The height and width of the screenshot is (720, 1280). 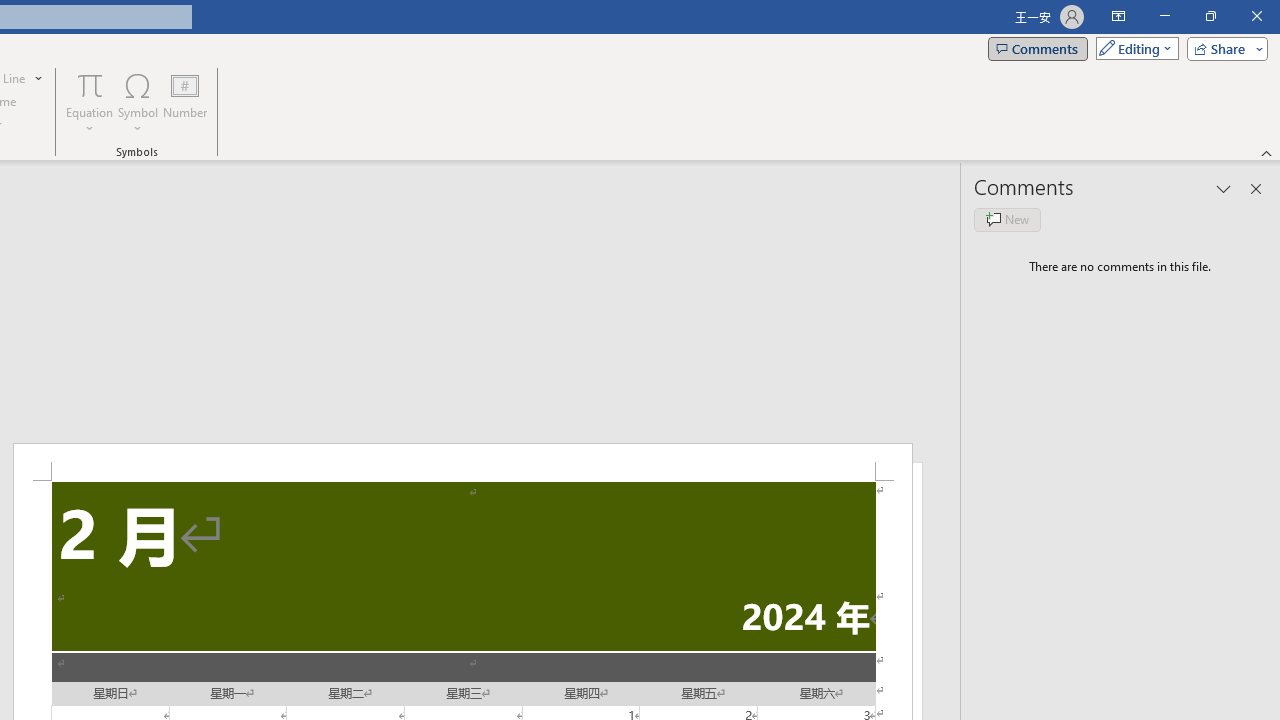 What do you see at coordinates (1255, 189) in the screenshot?
I see `'Close pane'` at bounding box center [1255, 189].